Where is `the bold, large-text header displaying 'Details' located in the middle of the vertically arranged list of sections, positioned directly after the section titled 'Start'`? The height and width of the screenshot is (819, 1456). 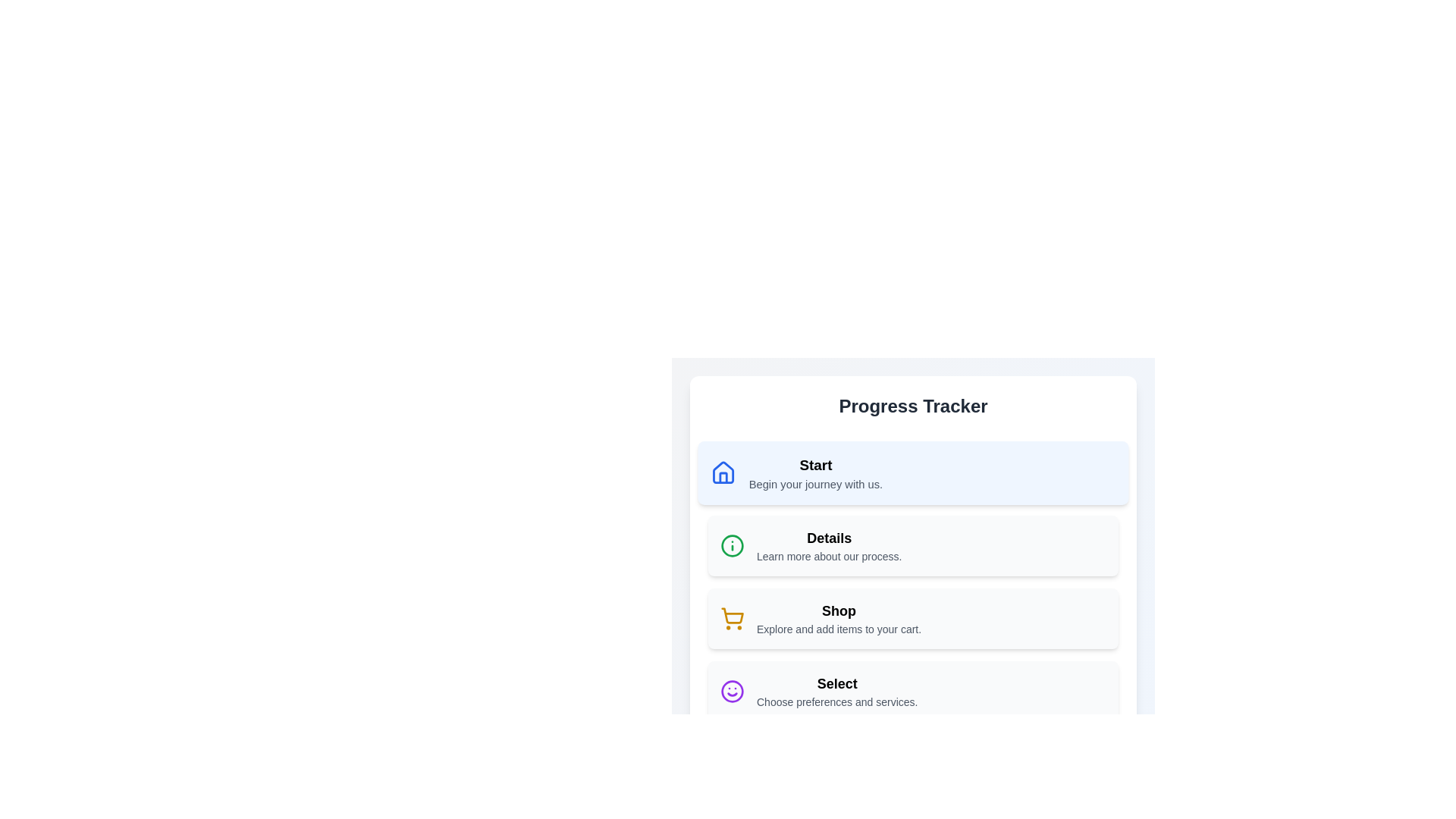
the bold, large-text header displaying 'Details' located in the middle of the vertically arranged list of sections, positioned directly after the section titled 'Start' is located at coordinates (828, 537).